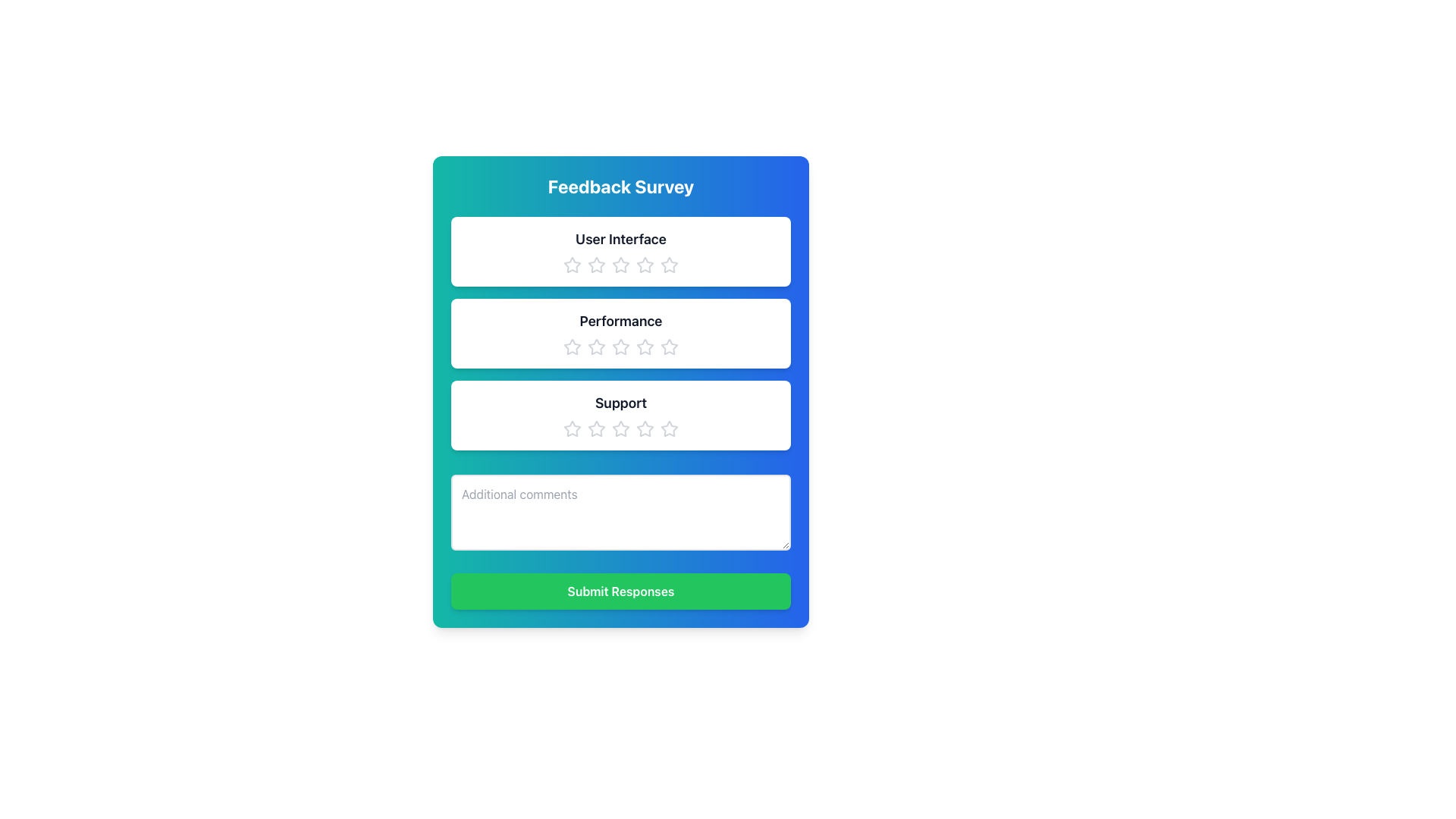 The image size is (1456, 819). Describe the element at coordinates (571, 265) in the screenshot. I see `the first gray star icon in the row of five under the 'User Interface' label in the feedback section` at that location.